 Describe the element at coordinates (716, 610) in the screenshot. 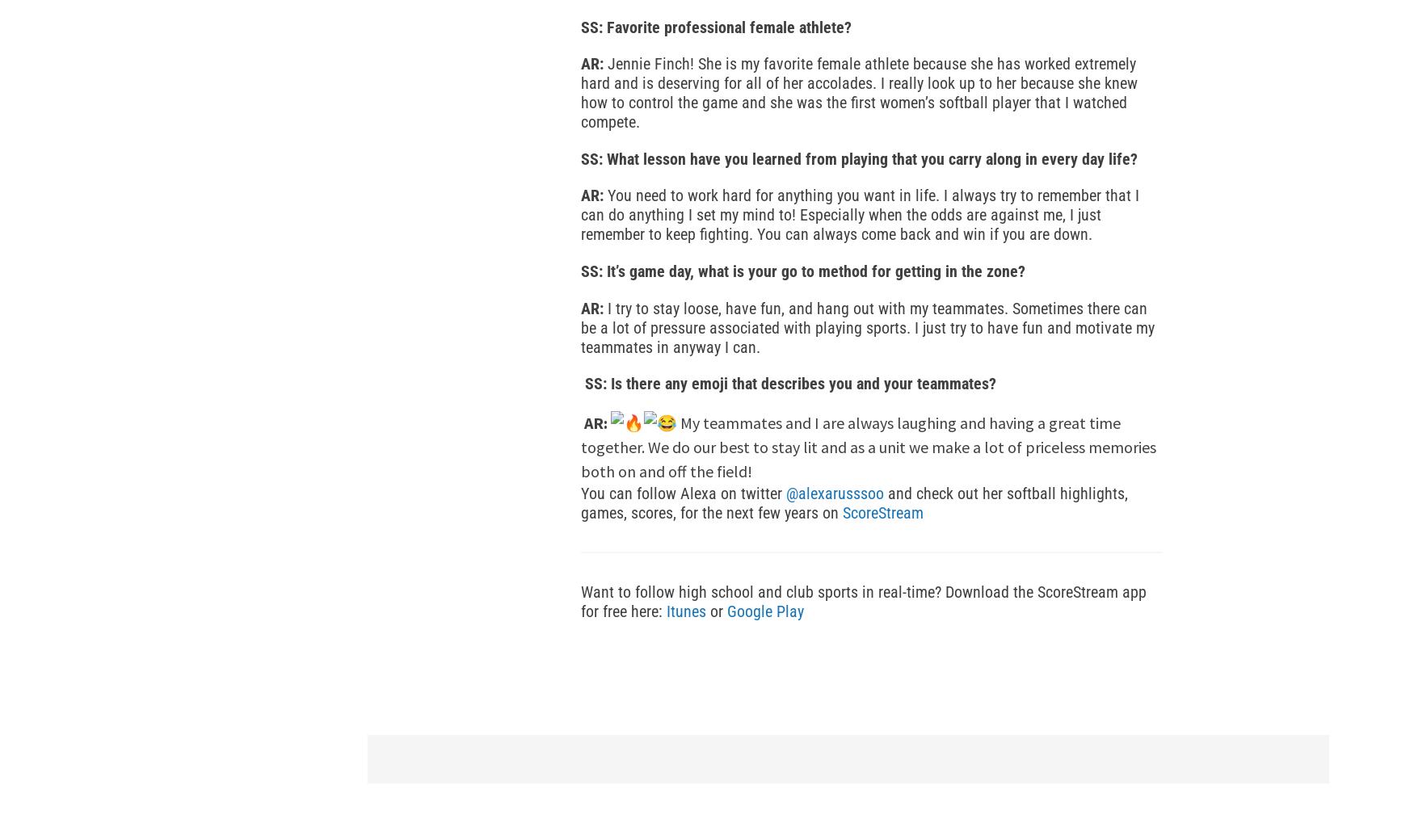

I see `'or'` at that location.